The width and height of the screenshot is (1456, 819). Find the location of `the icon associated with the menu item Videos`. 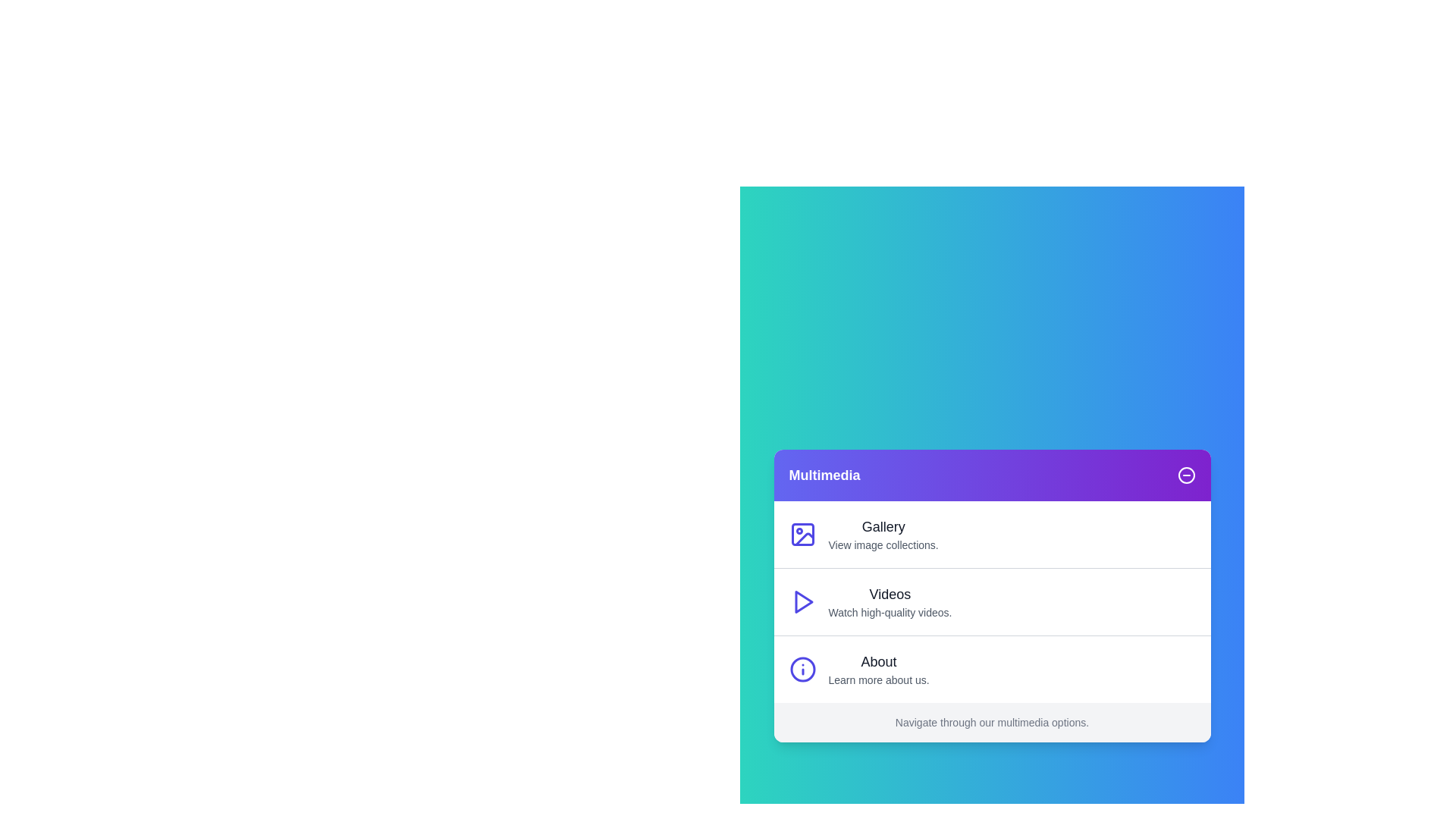

the icon associated with the menu item Videos is located at coordinates (802, 601).